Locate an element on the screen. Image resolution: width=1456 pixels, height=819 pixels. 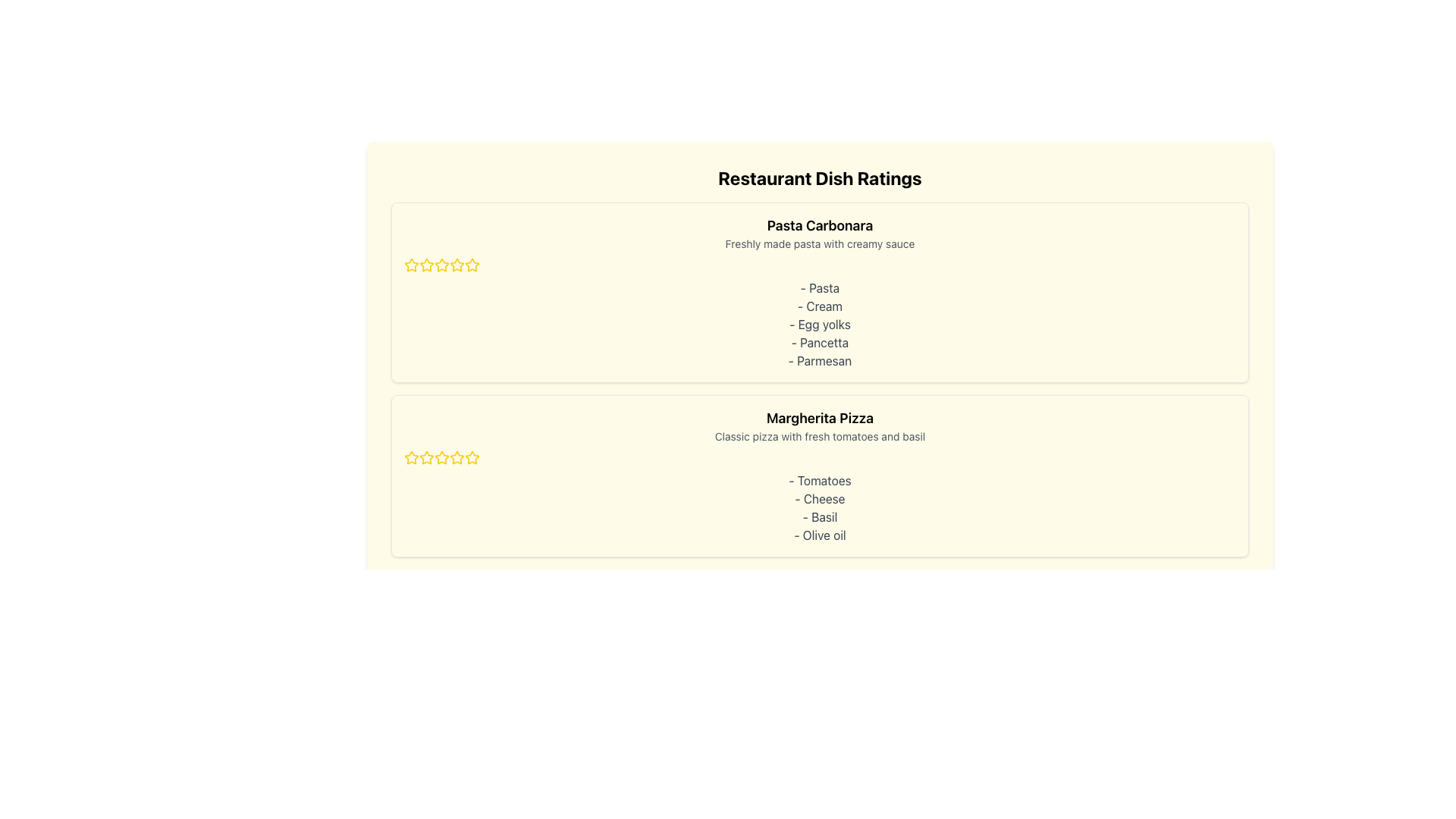
the text label representing the ingredient associated with 'Margherita Pizza', which is located directly below 'Tomatoes' and above 'Basil' is located at coordinates (819, 499).